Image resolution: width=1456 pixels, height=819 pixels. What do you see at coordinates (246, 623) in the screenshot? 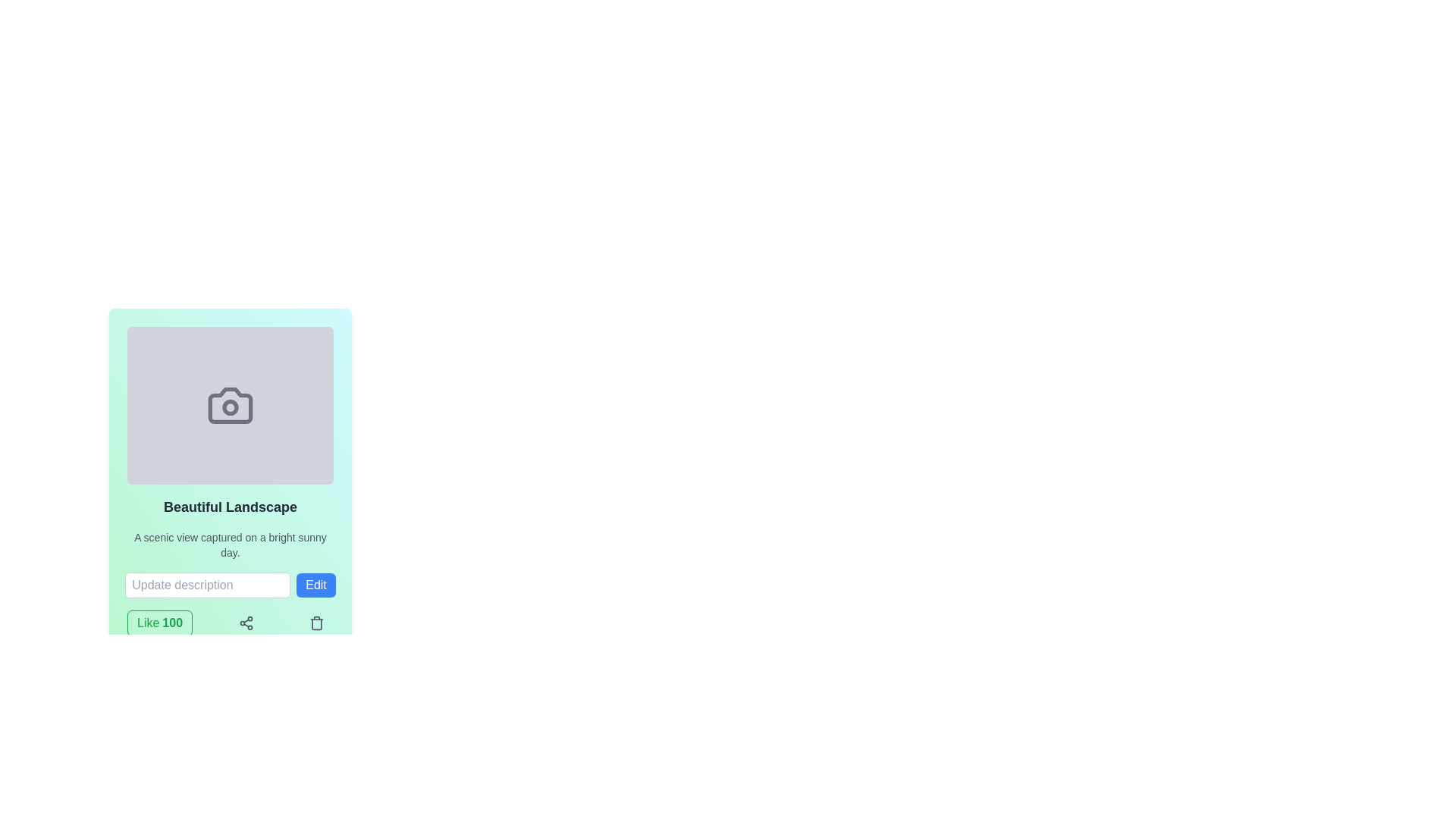
I see `the centrally located 'Share' icon button within the card layout` at bounding box center [246, 623].